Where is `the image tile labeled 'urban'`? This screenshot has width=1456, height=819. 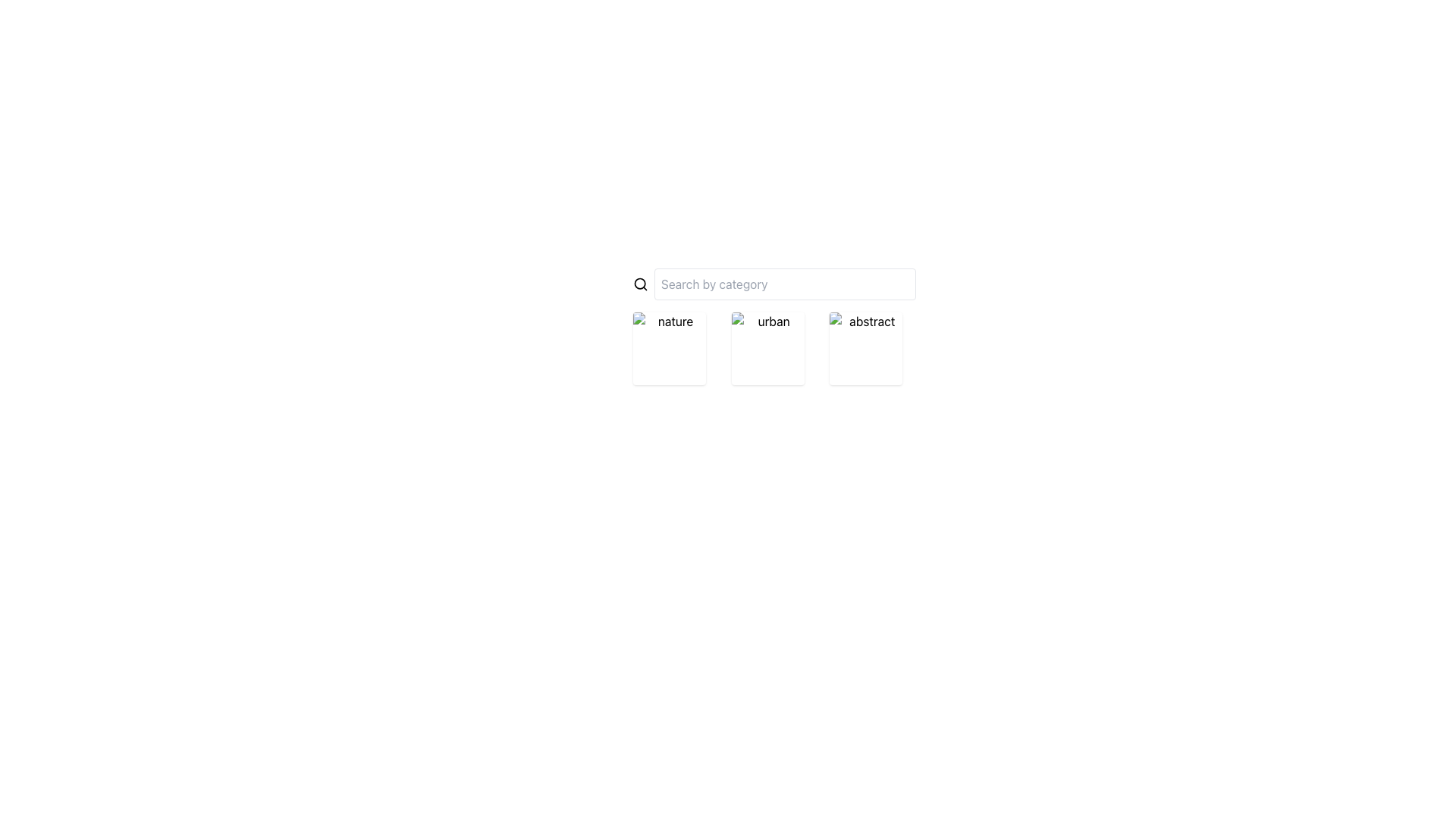 the image tile labeled 'urban' is located at coordinates (767, 348).